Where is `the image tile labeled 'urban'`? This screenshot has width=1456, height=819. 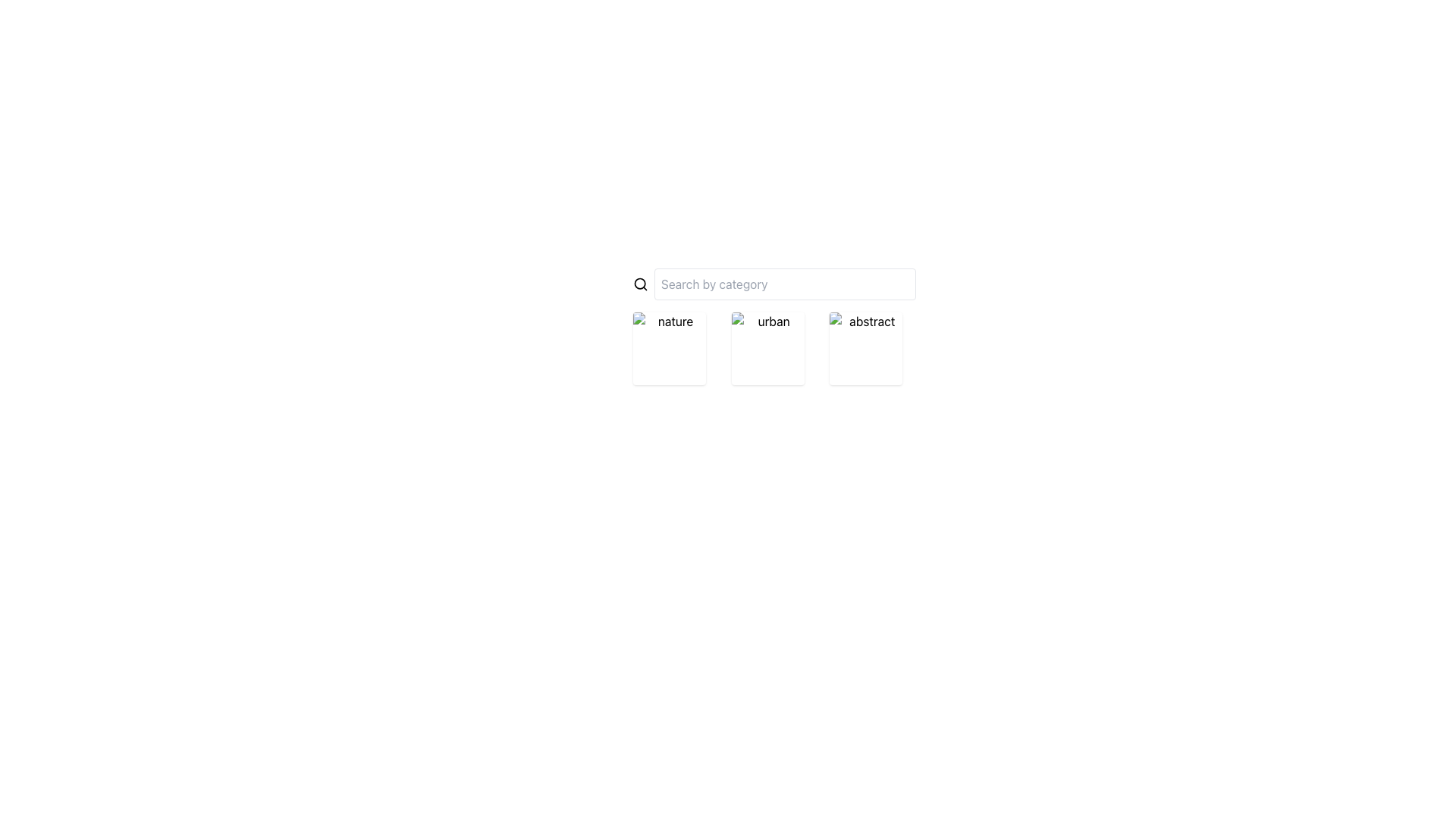 the image tile labeled 'urban' is located at coordinates (767, 348).